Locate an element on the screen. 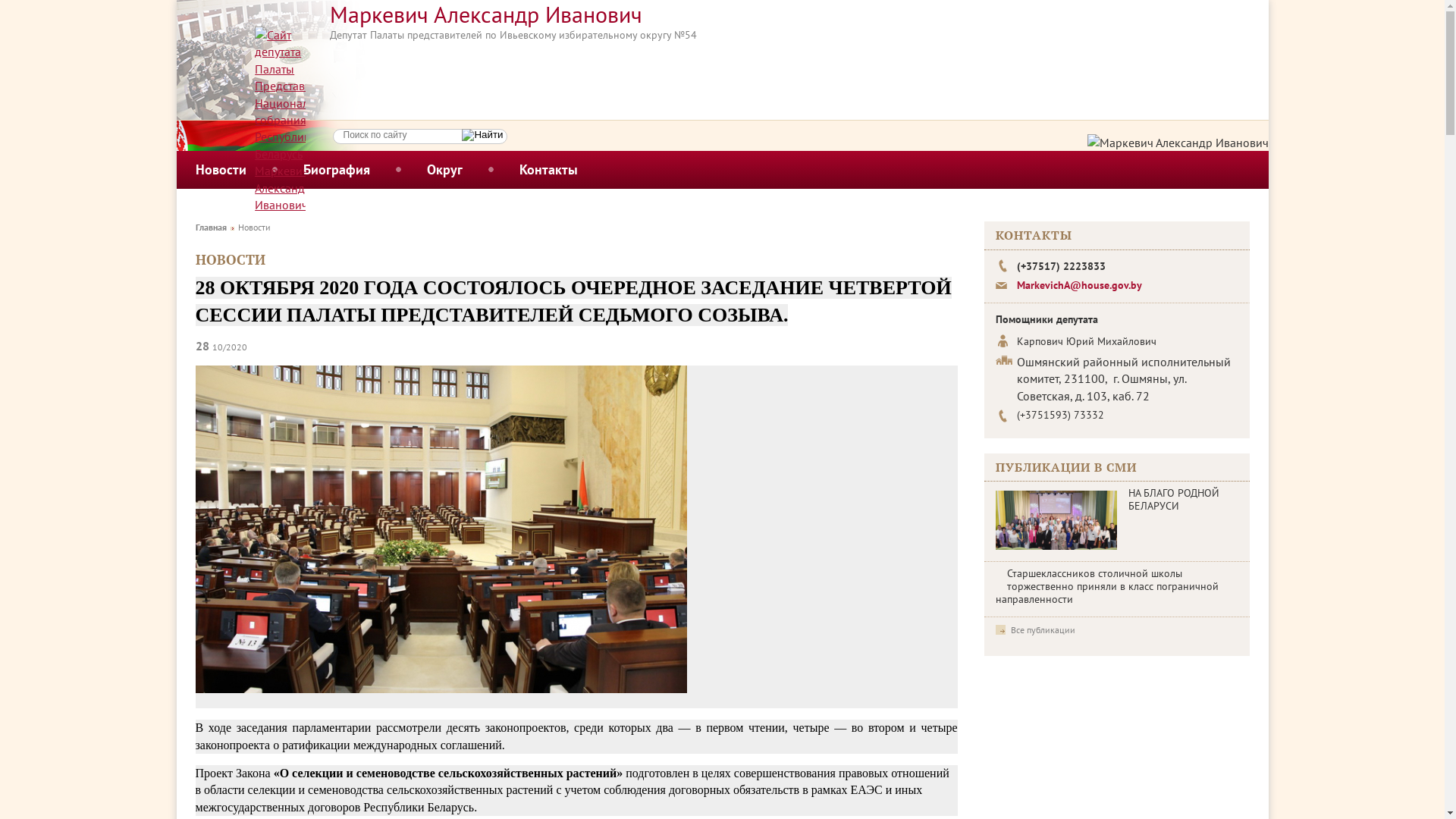  'MarkevichA@house.gov.by' is located at coordinates (1078, 284).